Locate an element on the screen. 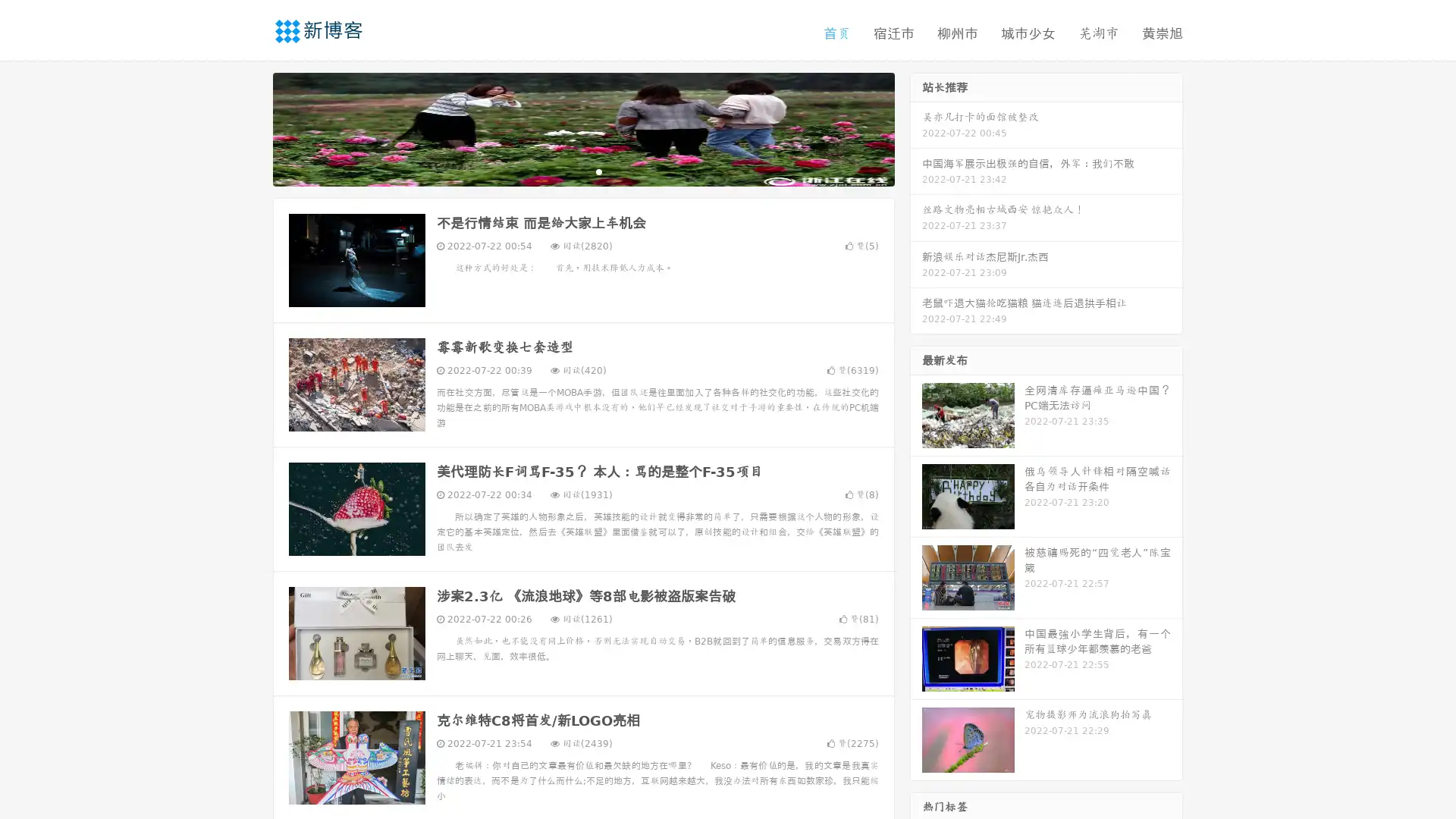  Previous slide is located at coordinates (250, 127).